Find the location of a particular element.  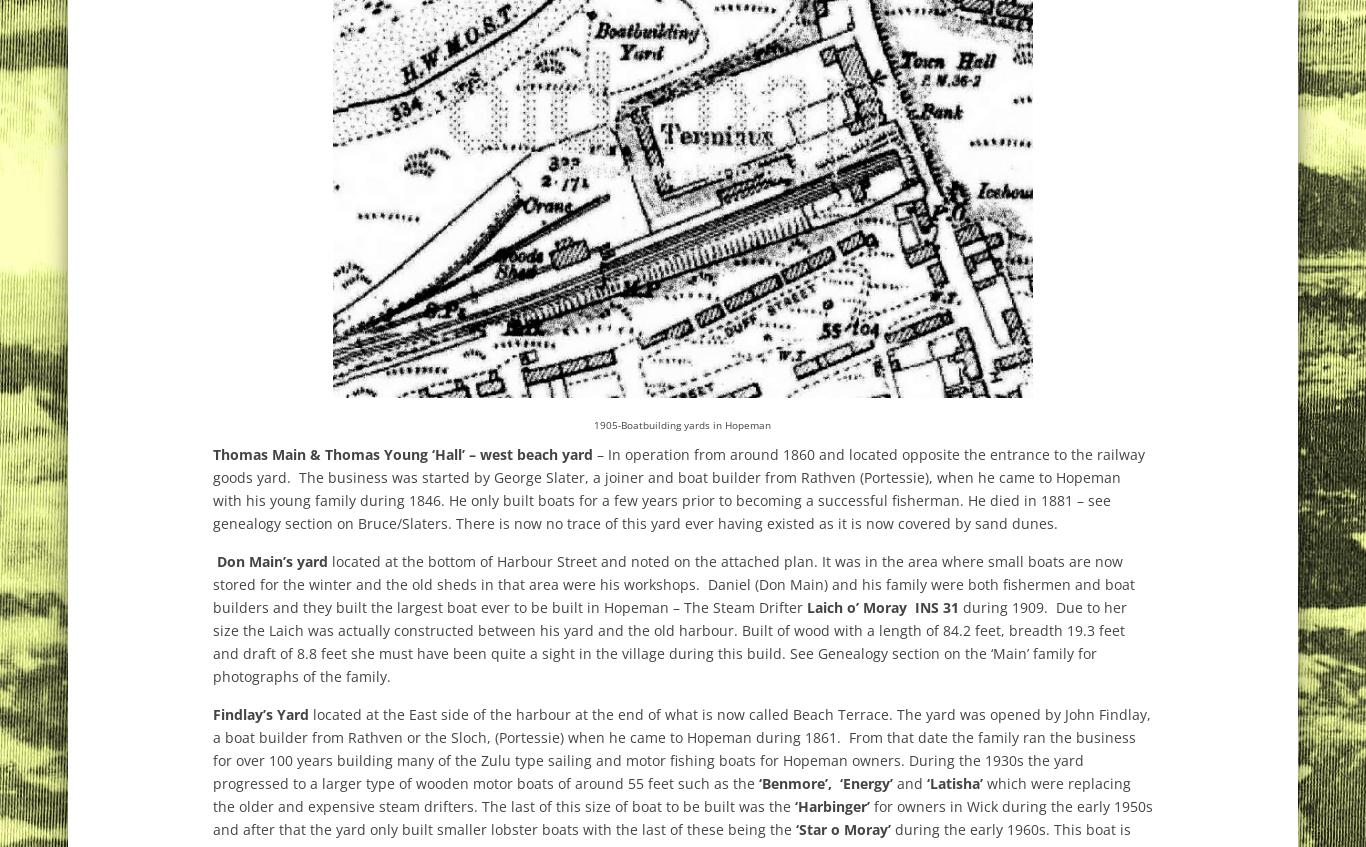

'which were replacing the older and expensive steam drifters. The last of this size of boat to be built was the' is located at coordinates (669, 794).